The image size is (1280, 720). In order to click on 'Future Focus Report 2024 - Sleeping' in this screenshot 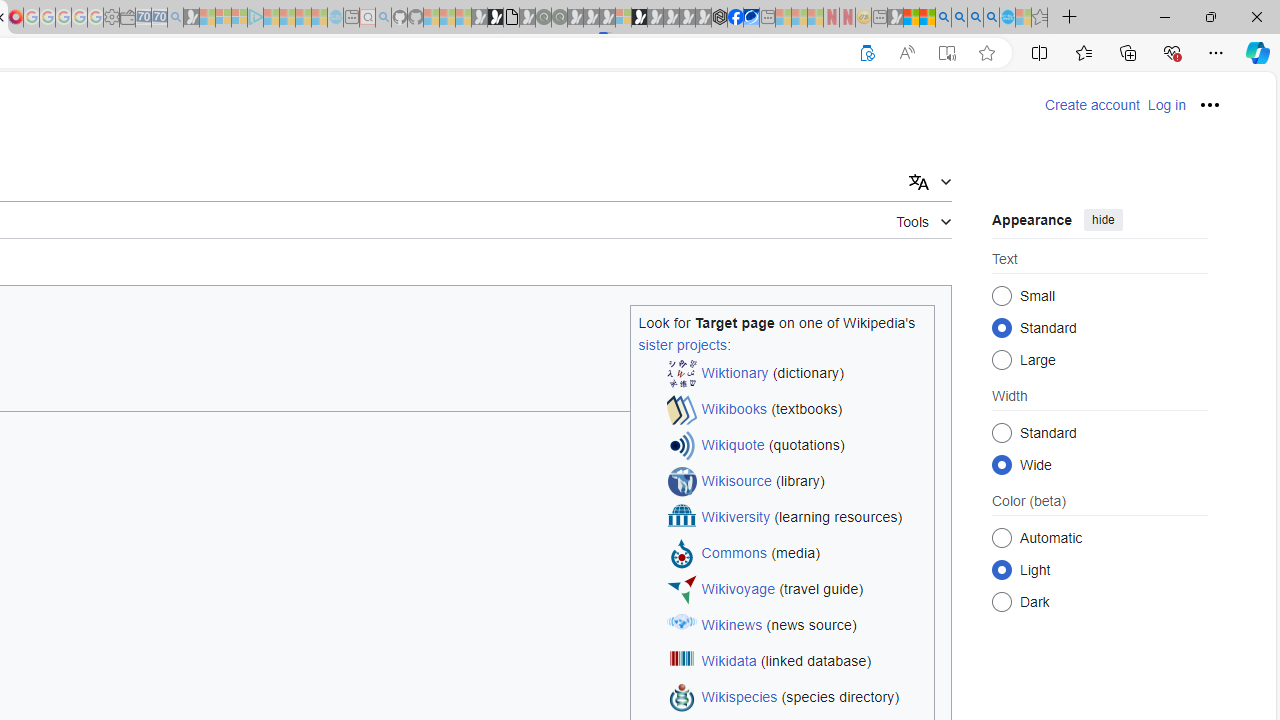, I will do `click(559, 17)`.